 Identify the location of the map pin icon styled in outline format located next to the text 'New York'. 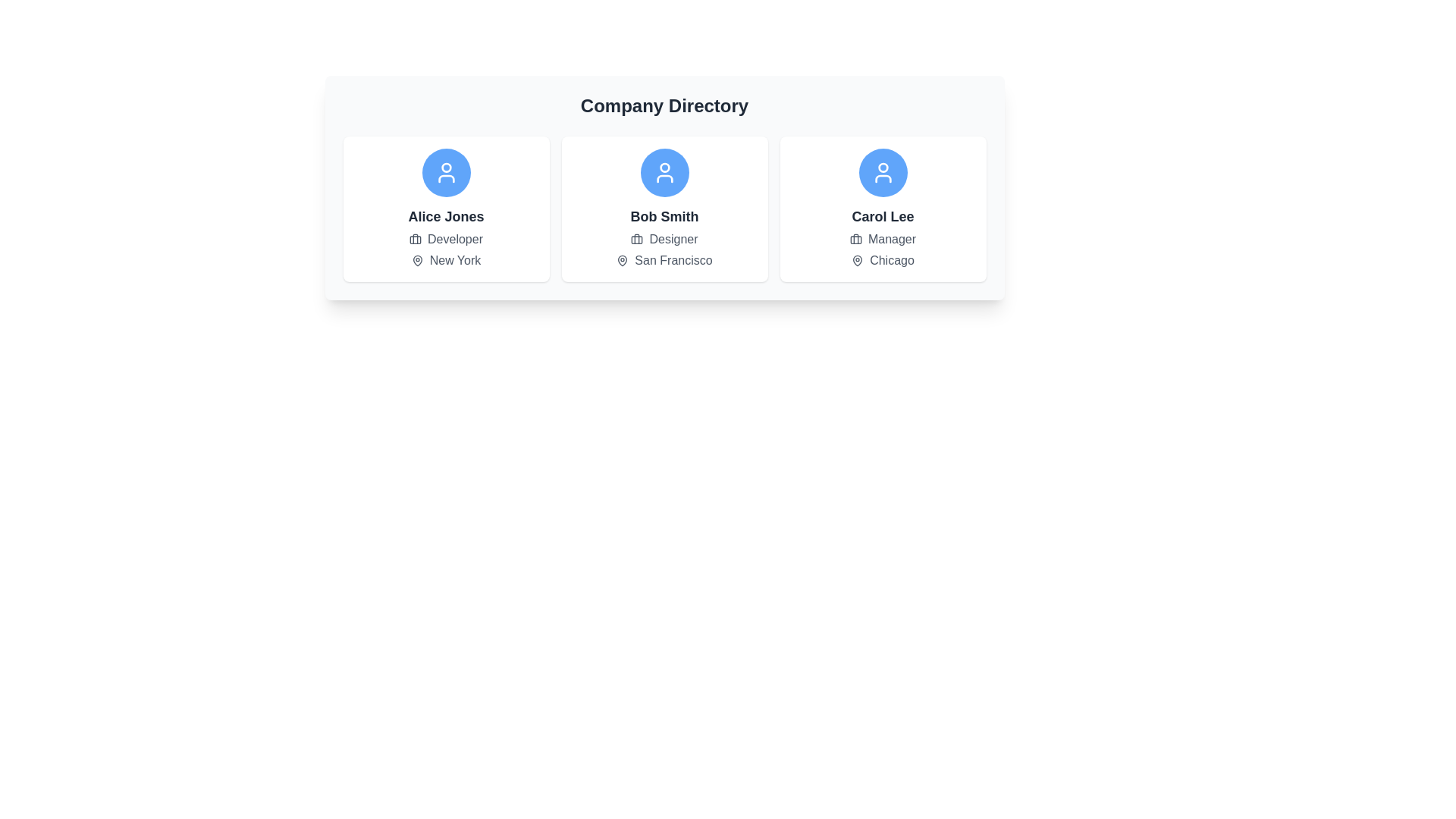
(417, 259).